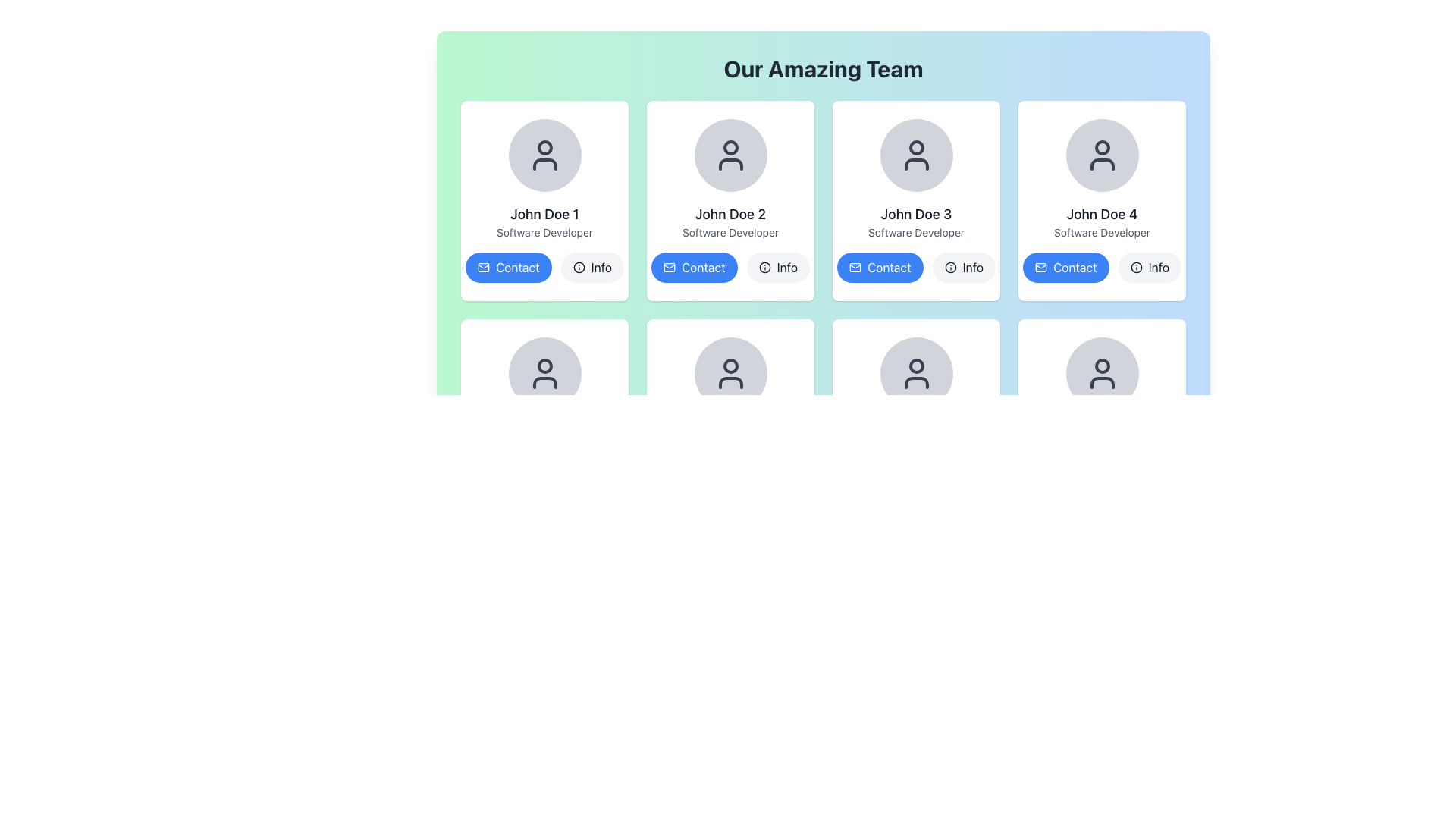 The width and height of the screenshot is (1456, 819). Describe the element at coordinates (544, 366) in the screenshot. I see `the Circle graphic representing the user's profile picture located in the user profile icon in the second row's first card under the header 'Our Amazing Team'` at that location.